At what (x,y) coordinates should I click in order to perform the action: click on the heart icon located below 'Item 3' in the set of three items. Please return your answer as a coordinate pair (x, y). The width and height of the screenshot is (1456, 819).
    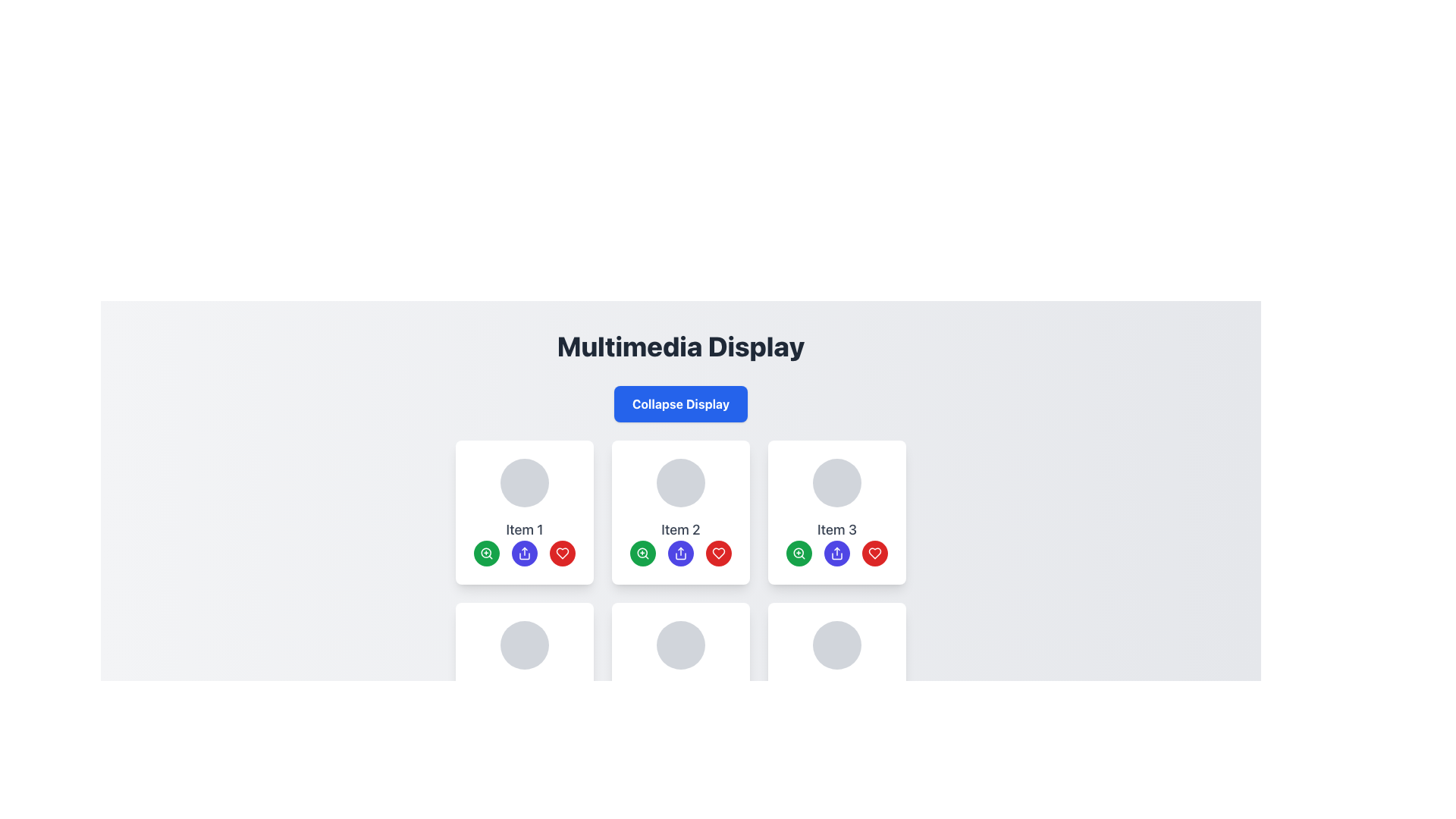
    Looking at the image, I should click on (562, 553).